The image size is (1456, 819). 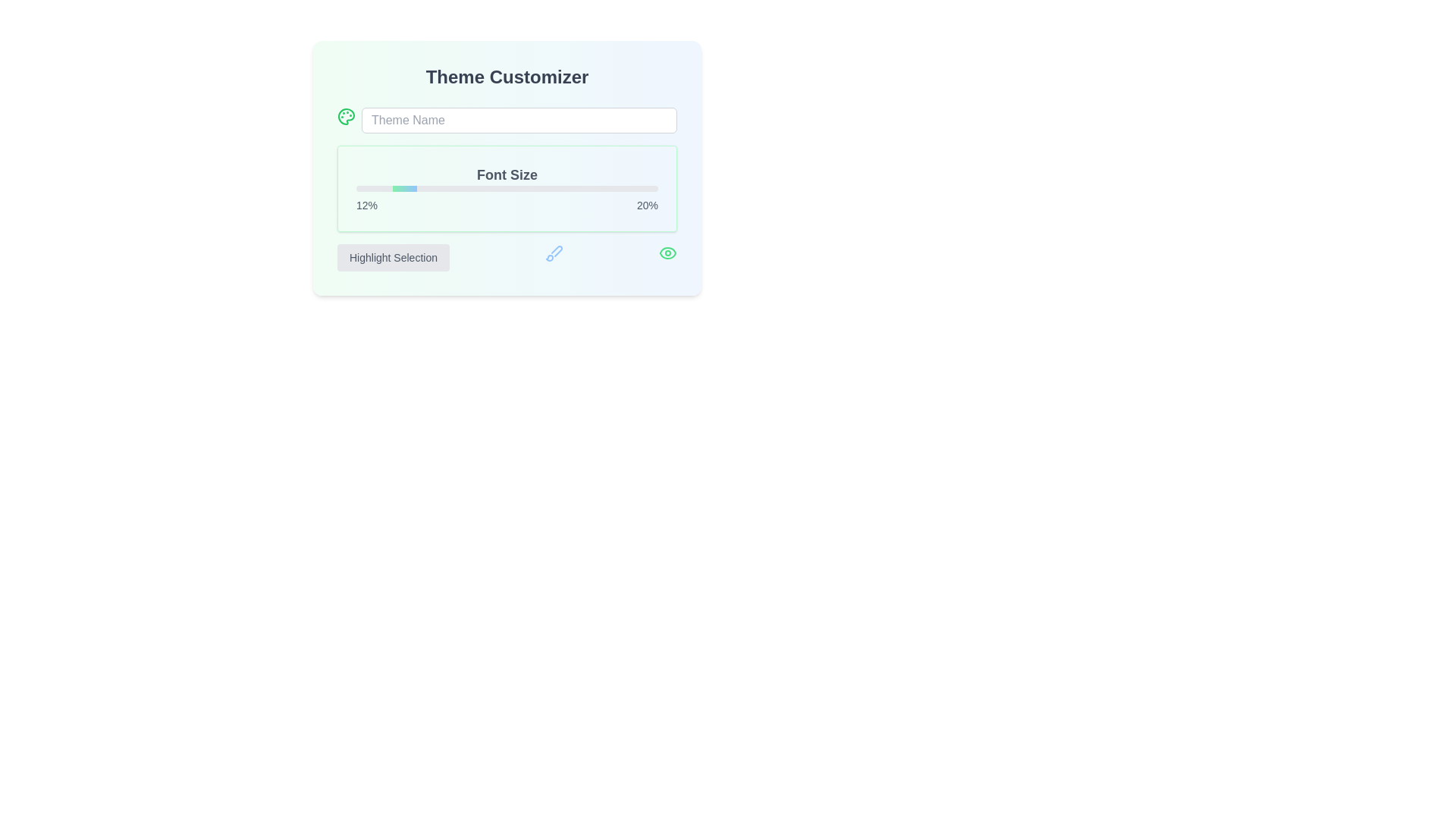 I want to click on the slider, so click(x=557, y=188).